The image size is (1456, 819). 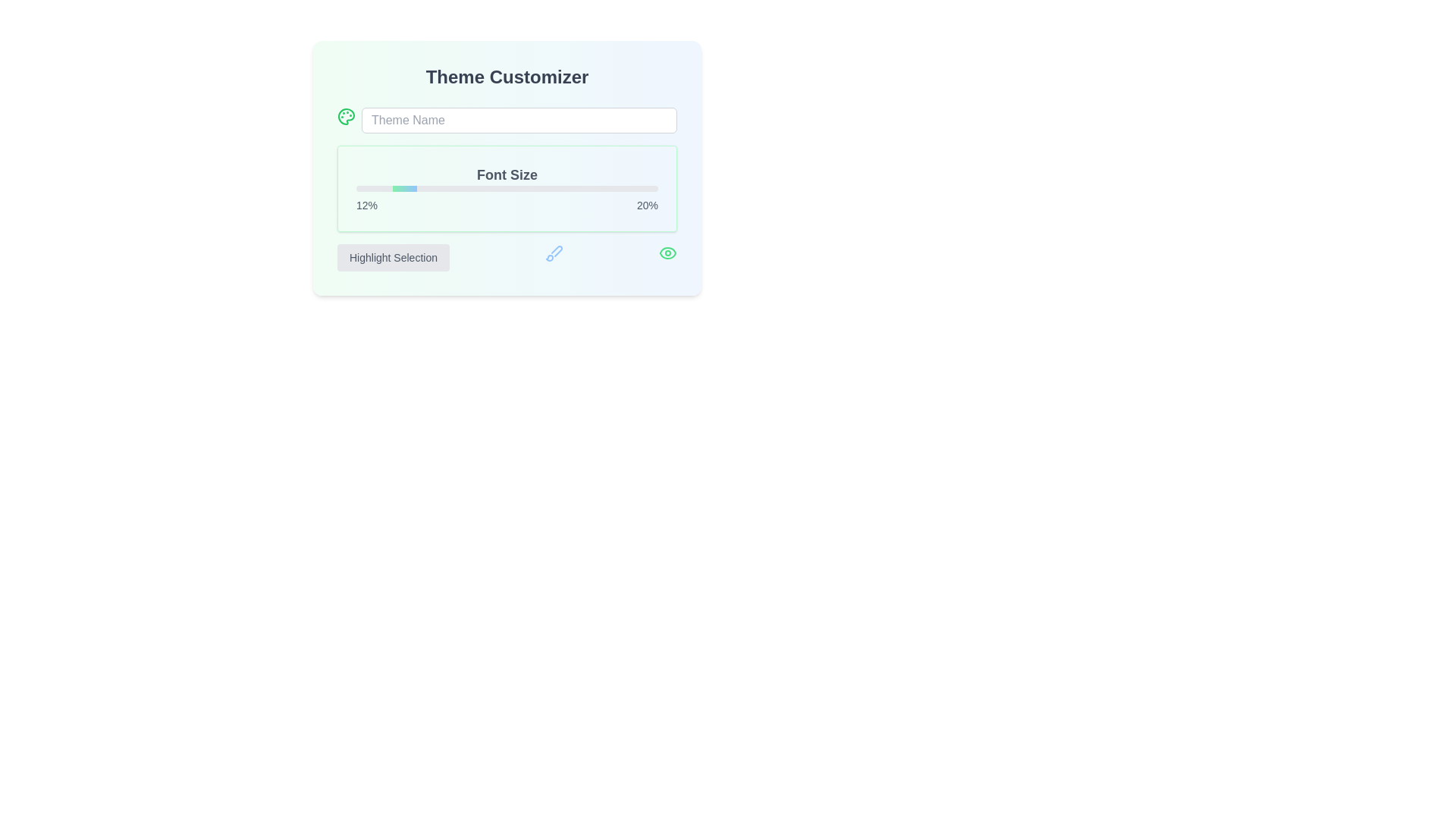 I want to click on the slider, so click(x=557, y=188).